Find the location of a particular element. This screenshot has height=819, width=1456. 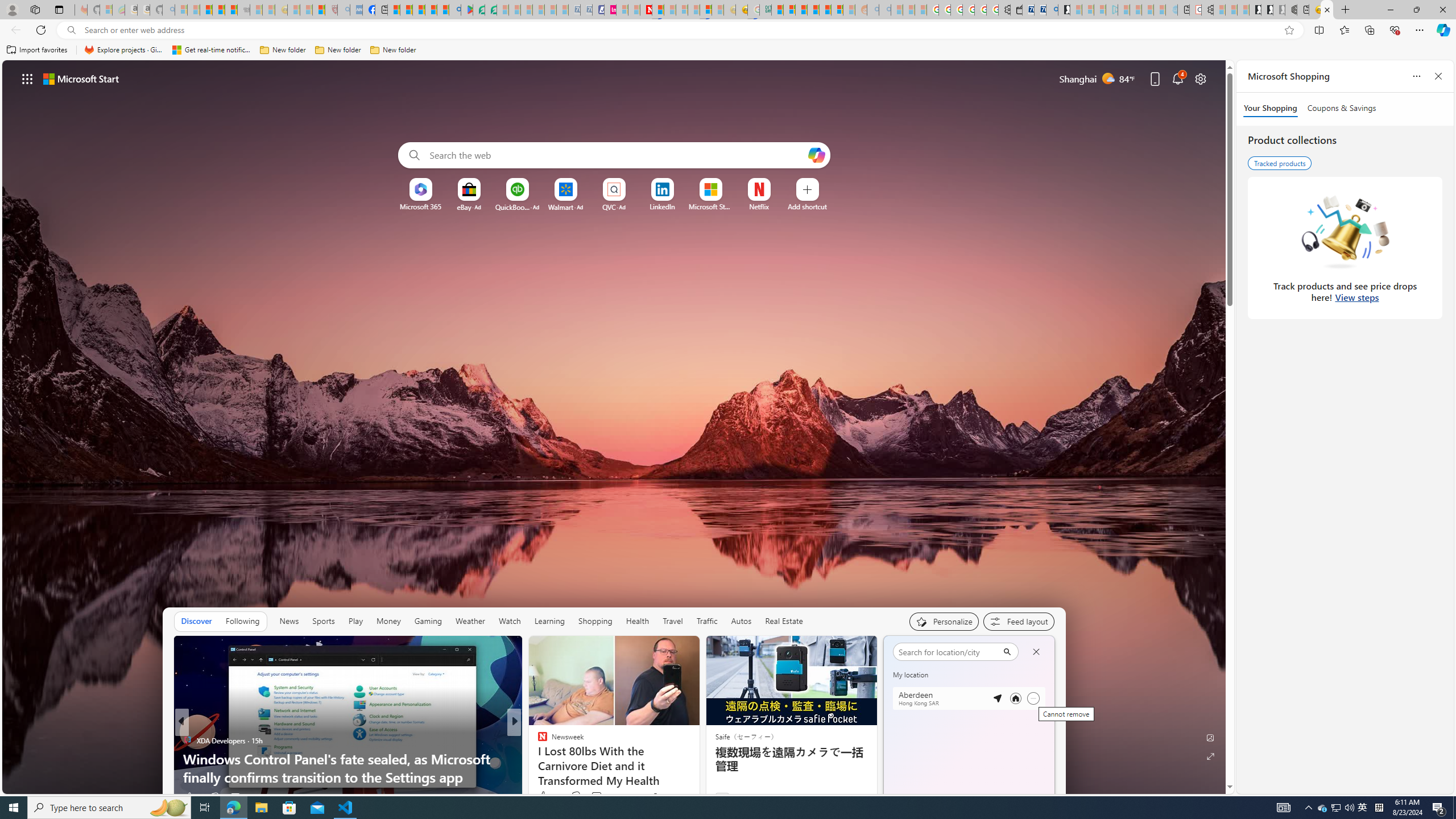

'Detected location' is located at coordinates (996, 698).